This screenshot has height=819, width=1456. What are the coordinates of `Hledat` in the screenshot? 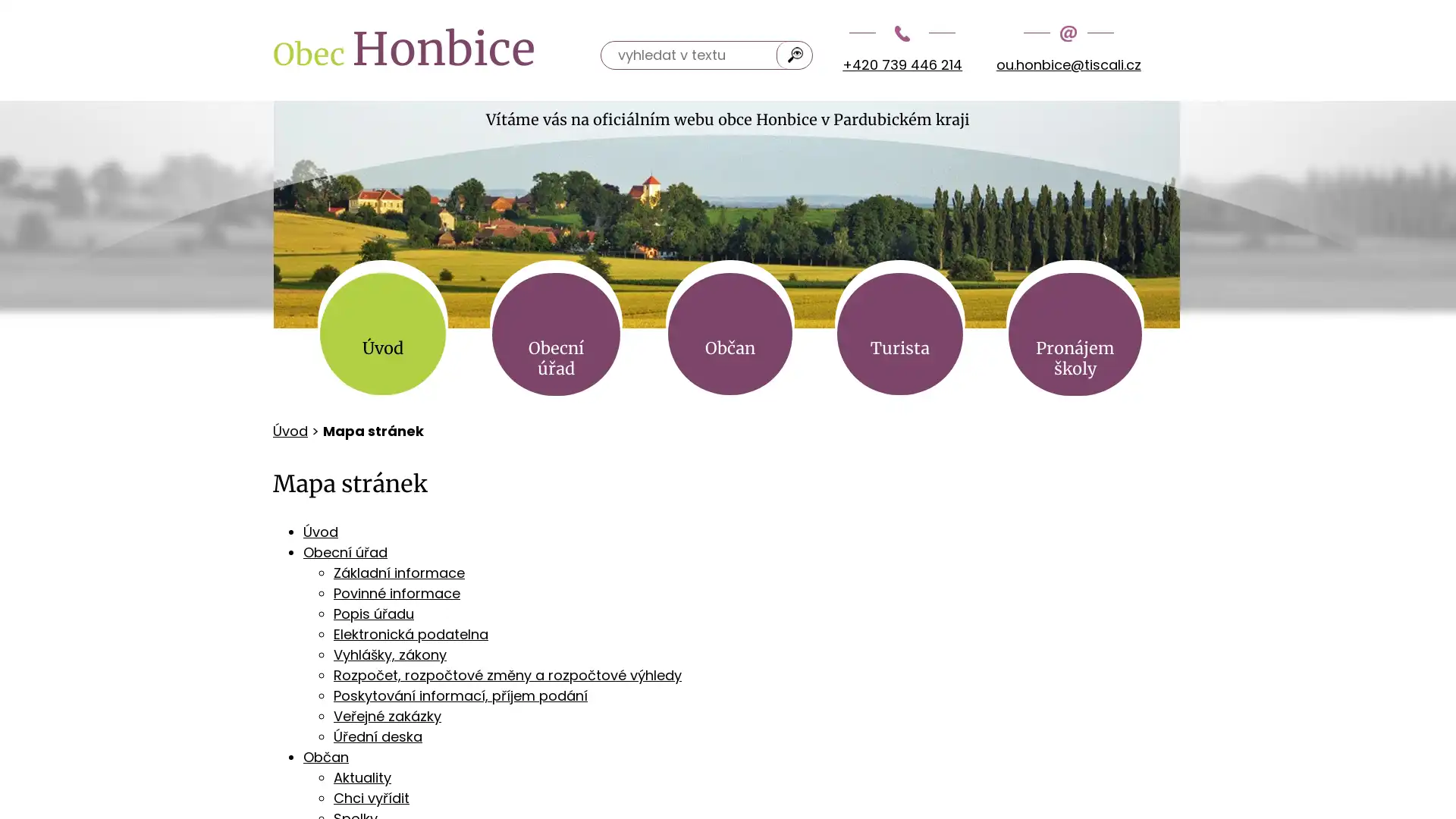 It's located at (795, 54).